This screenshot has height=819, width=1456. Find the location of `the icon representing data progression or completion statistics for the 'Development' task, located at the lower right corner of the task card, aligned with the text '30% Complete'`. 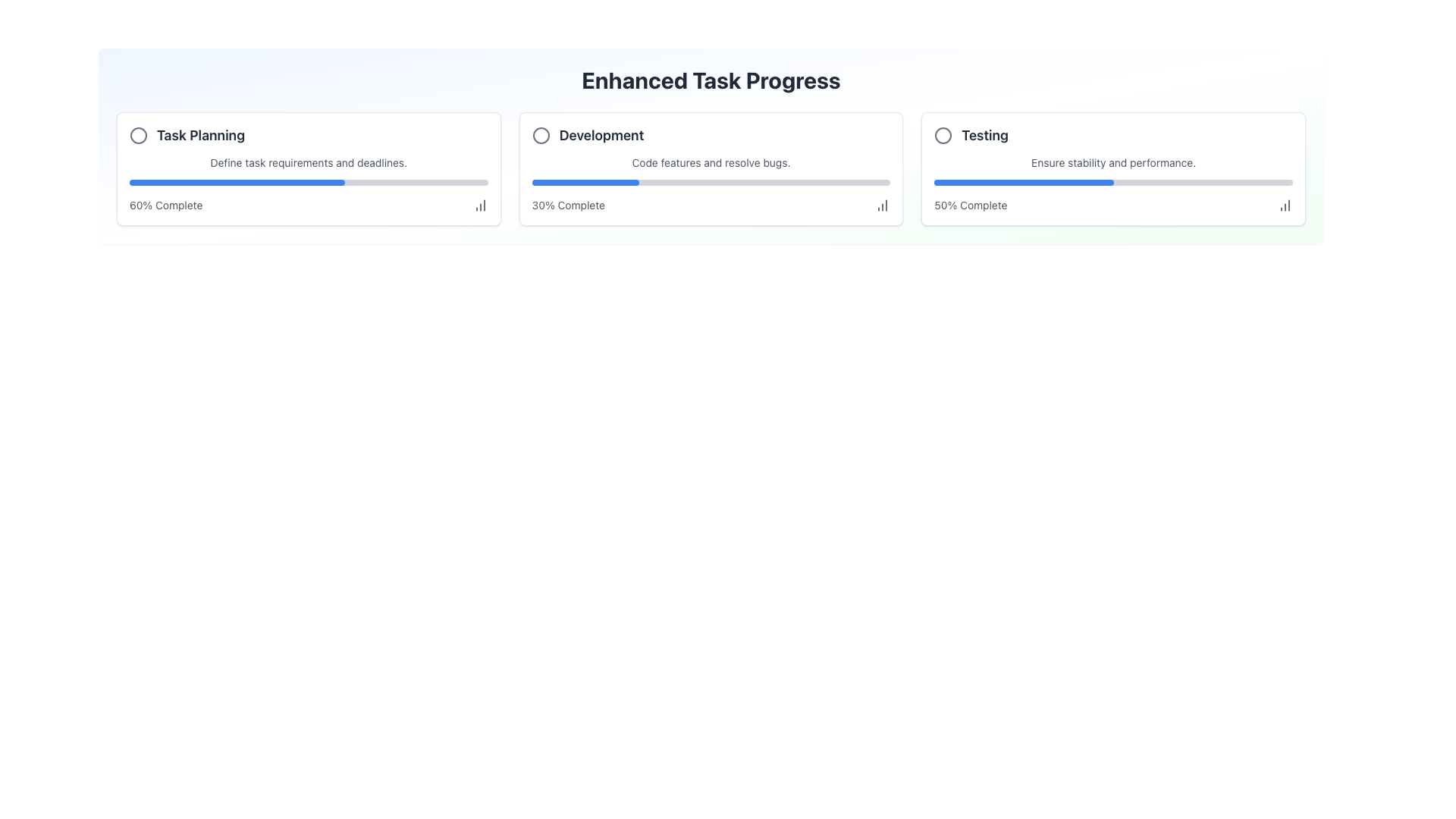

the icon representing data progression or completion statistics for the 'Development' task, located at the lower right corner of the task card, aligned with the text '30% Complete' is located at coordinates (883, 205).